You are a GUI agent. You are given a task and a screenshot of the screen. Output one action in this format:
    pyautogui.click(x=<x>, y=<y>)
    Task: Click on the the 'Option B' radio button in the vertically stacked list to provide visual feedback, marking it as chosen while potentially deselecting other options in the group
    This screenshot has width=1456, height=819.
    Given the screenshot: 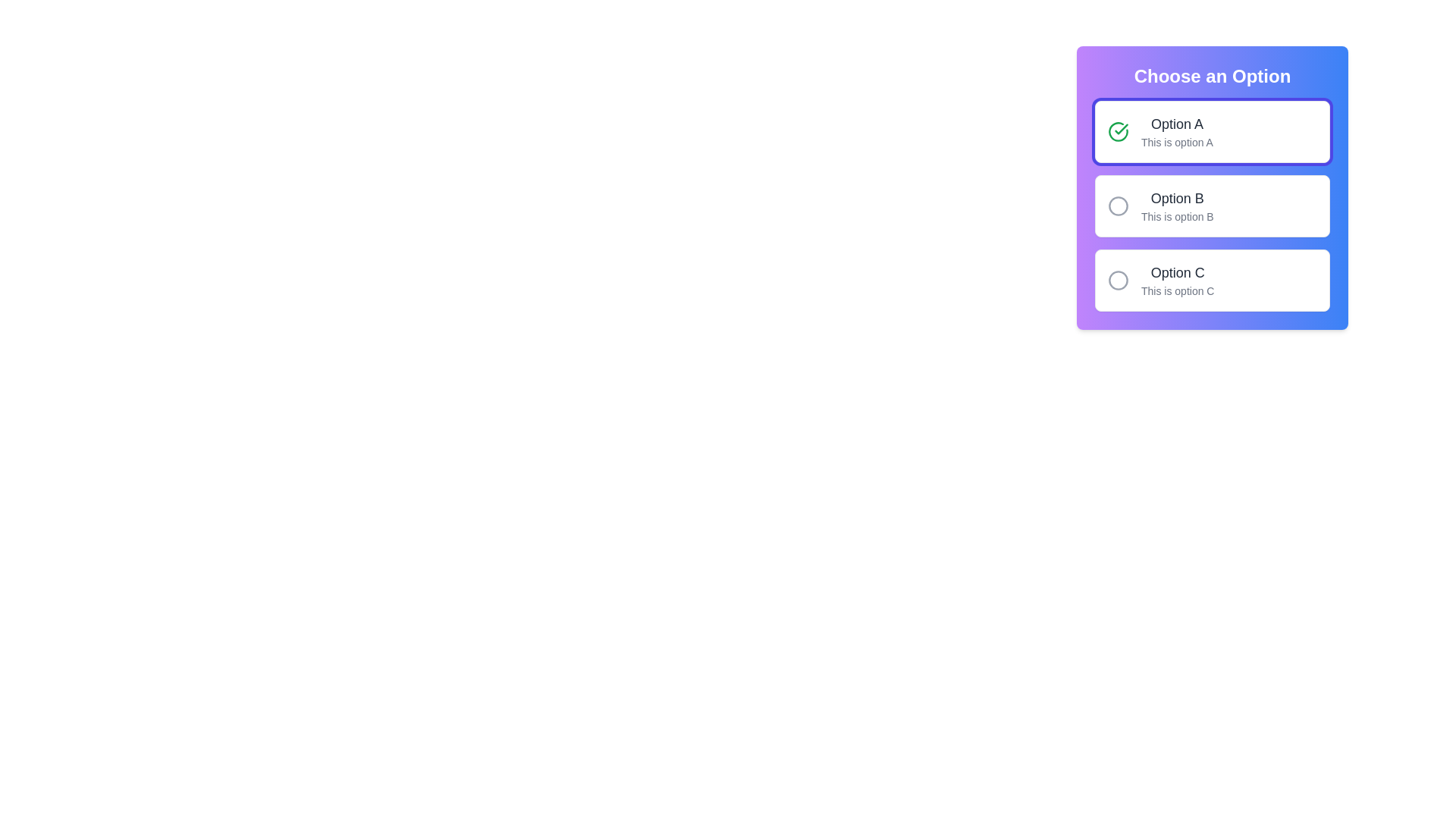 What is the action you would take?
    pyautogui.click(x=1211, y=206)
    